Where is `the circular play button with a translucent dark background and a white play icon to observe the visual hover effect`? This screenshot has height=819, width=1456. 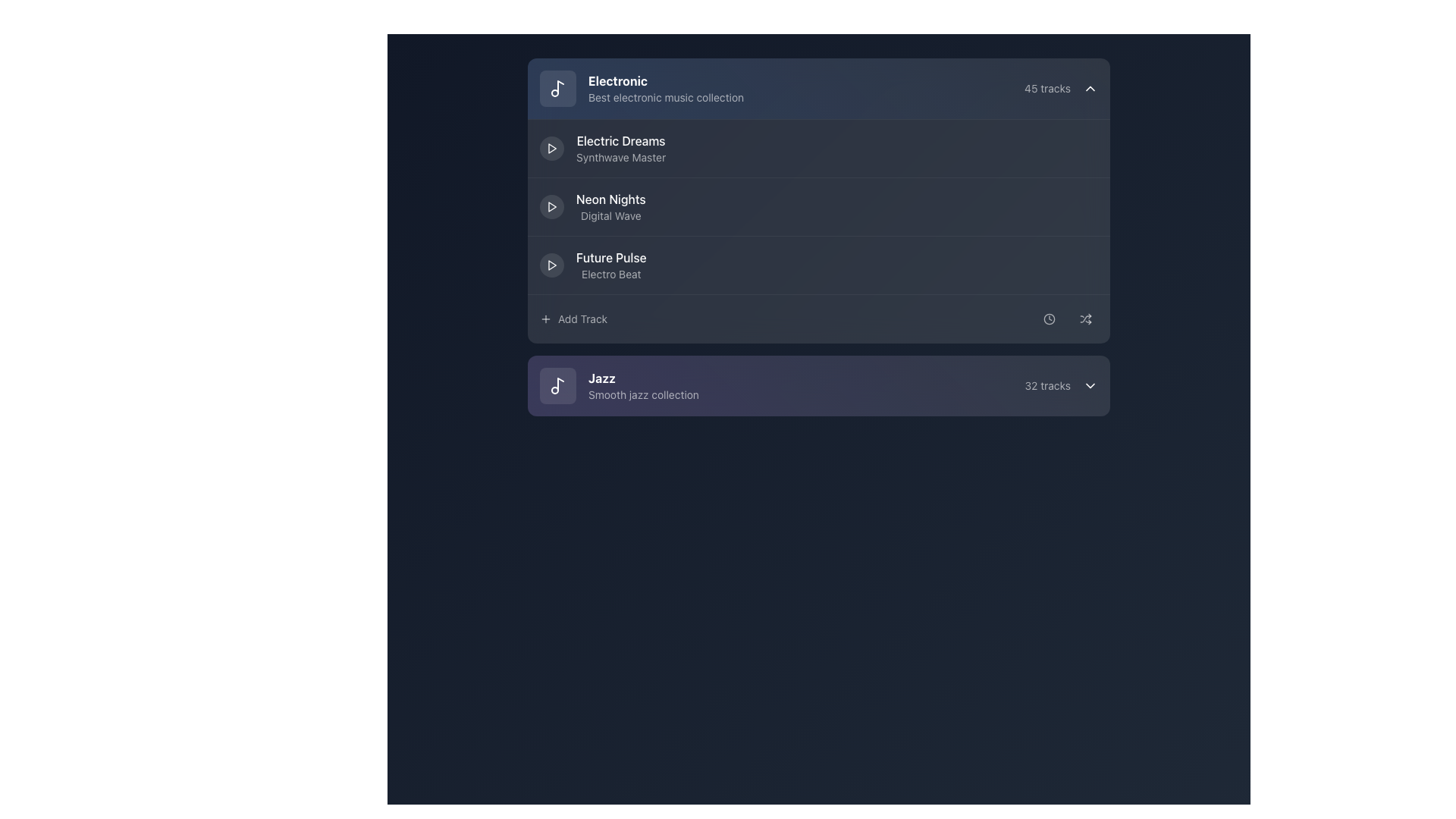 the circular play button with a translucent dark background and a white play icon to observe the visual hover effect is located at coordinates (551, 207).